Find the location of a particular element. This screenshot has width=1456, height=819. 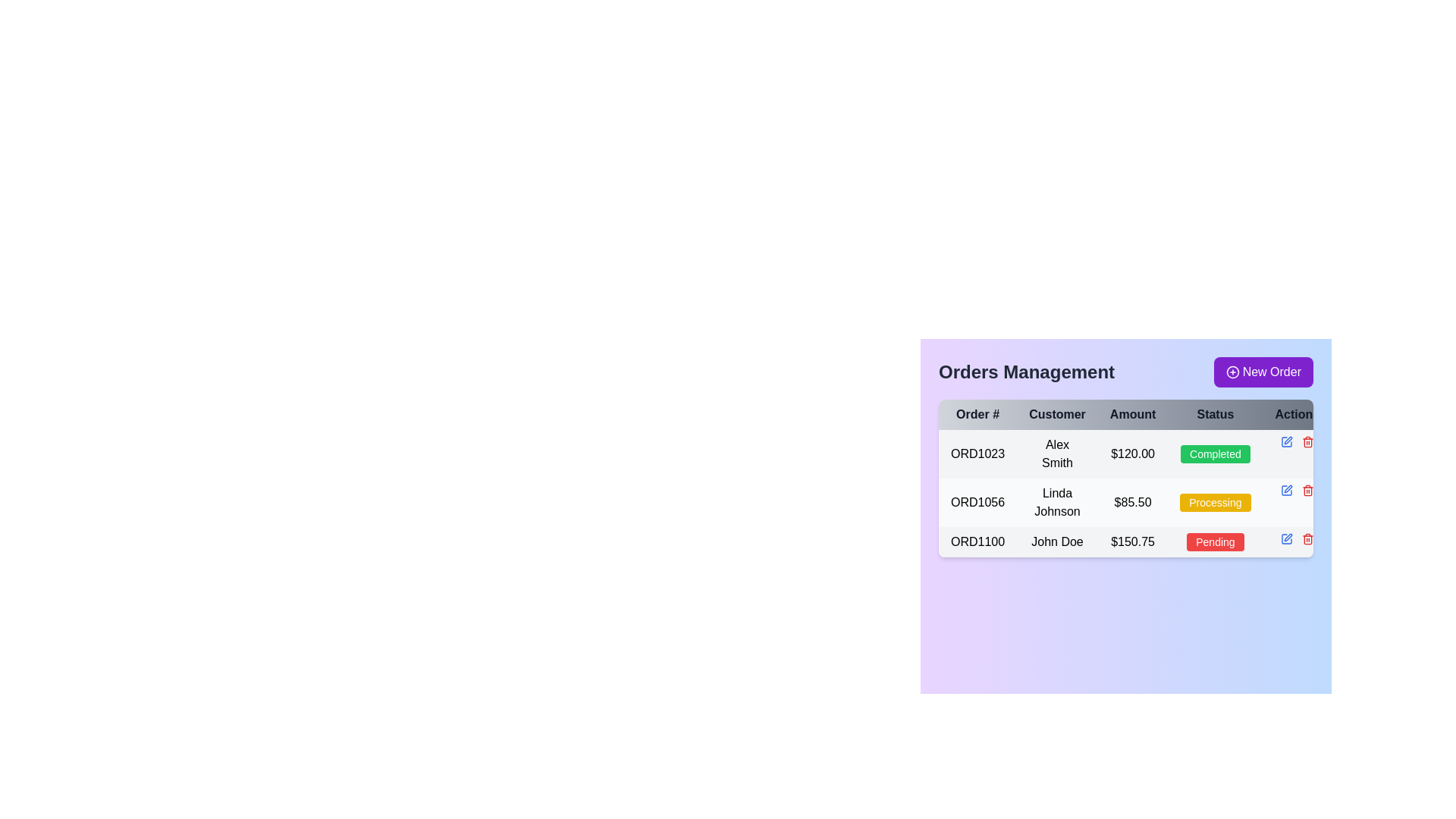

the text label displaying 'Linda Johnson' in the Customer column, located in the second row of the table, adjacent to order ID 'ORD1056' and amount '$85.50' is located at coordinates (1056, 503).